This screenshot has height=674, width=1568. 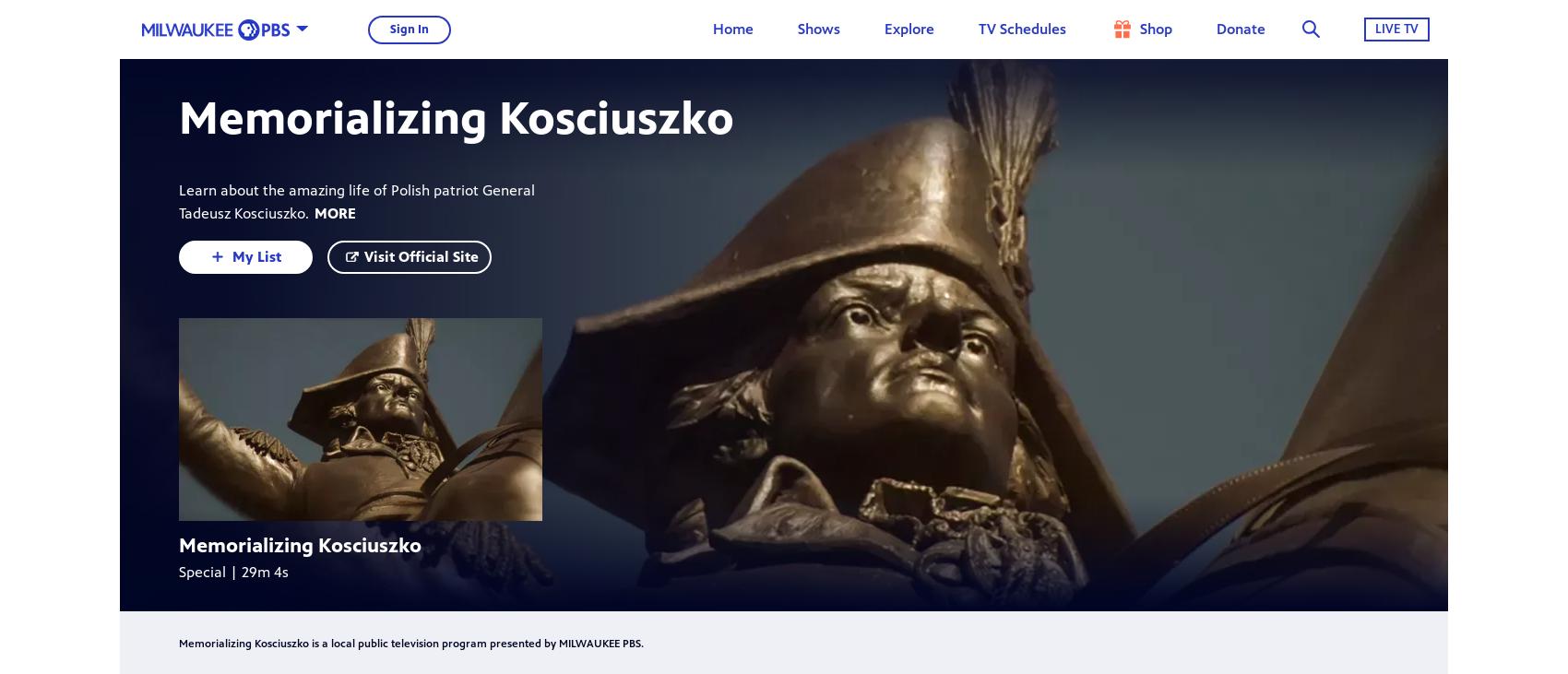 What do you see at coordinates (759, 112) in the screenshot?
I see `'WHAT’S ON TONIGHT'` at bounding box center [759, 112].